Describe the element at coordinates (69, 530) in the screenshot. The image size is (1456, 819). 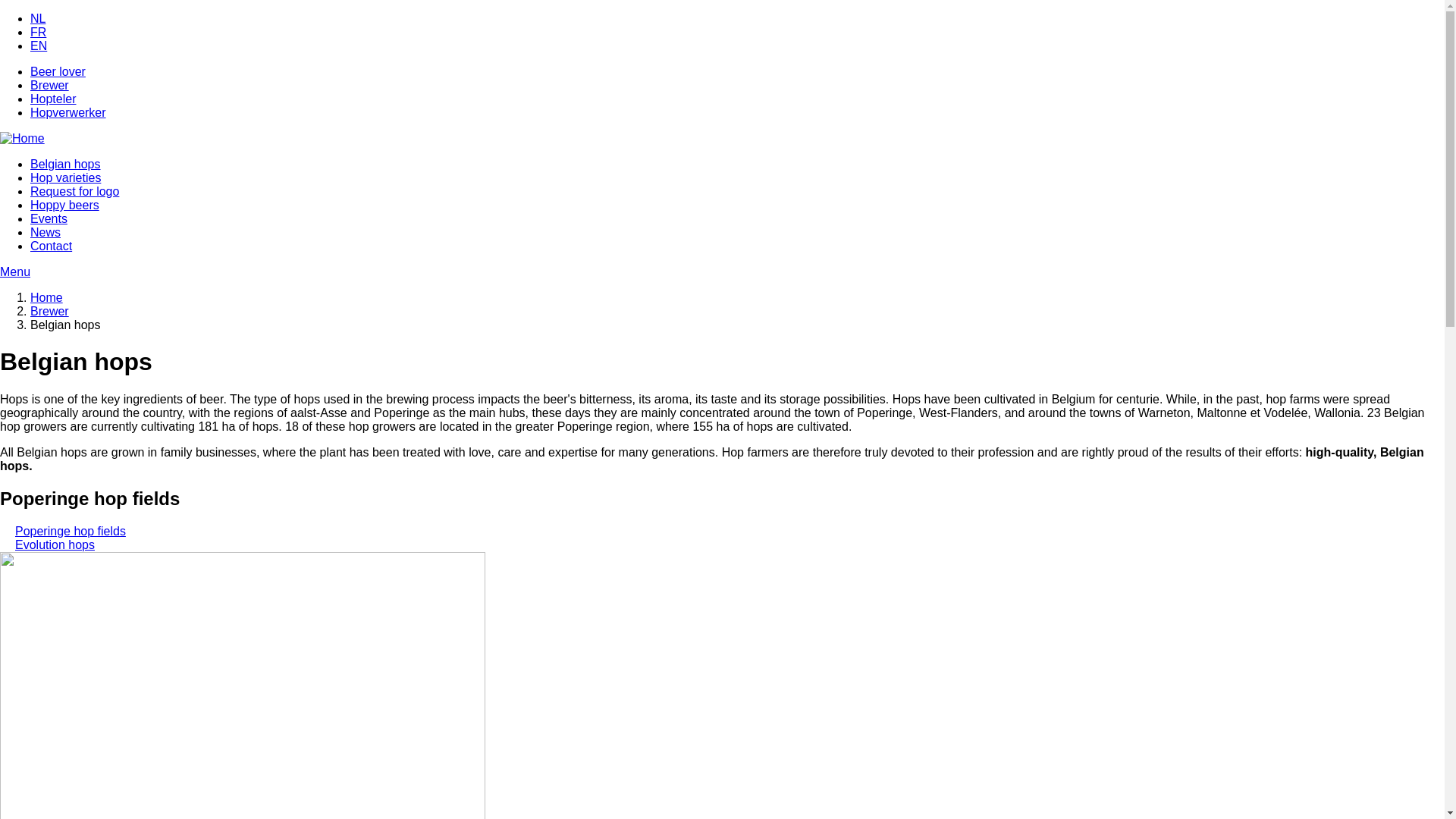
I see `'Poperinge hop fields'` at that location.